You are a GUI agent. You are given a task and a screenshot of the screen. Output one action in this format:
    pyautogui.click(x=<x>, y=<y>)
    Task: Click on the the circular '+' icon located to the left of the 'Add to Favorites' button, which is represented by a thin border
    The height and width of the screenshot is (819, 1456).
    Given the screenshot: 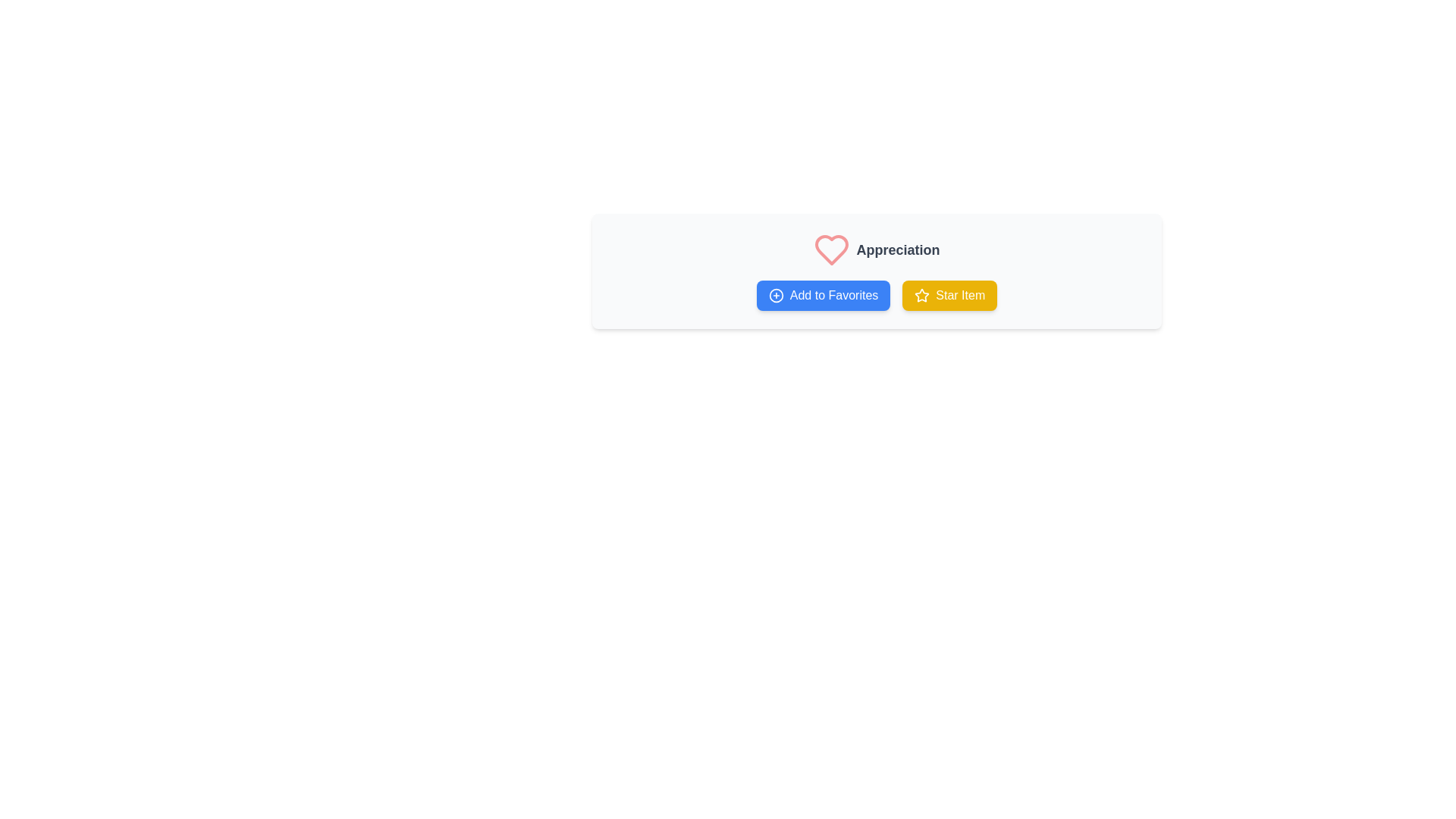 What is the action you would take?
    pyautogui.click(x=776, y=295)
    